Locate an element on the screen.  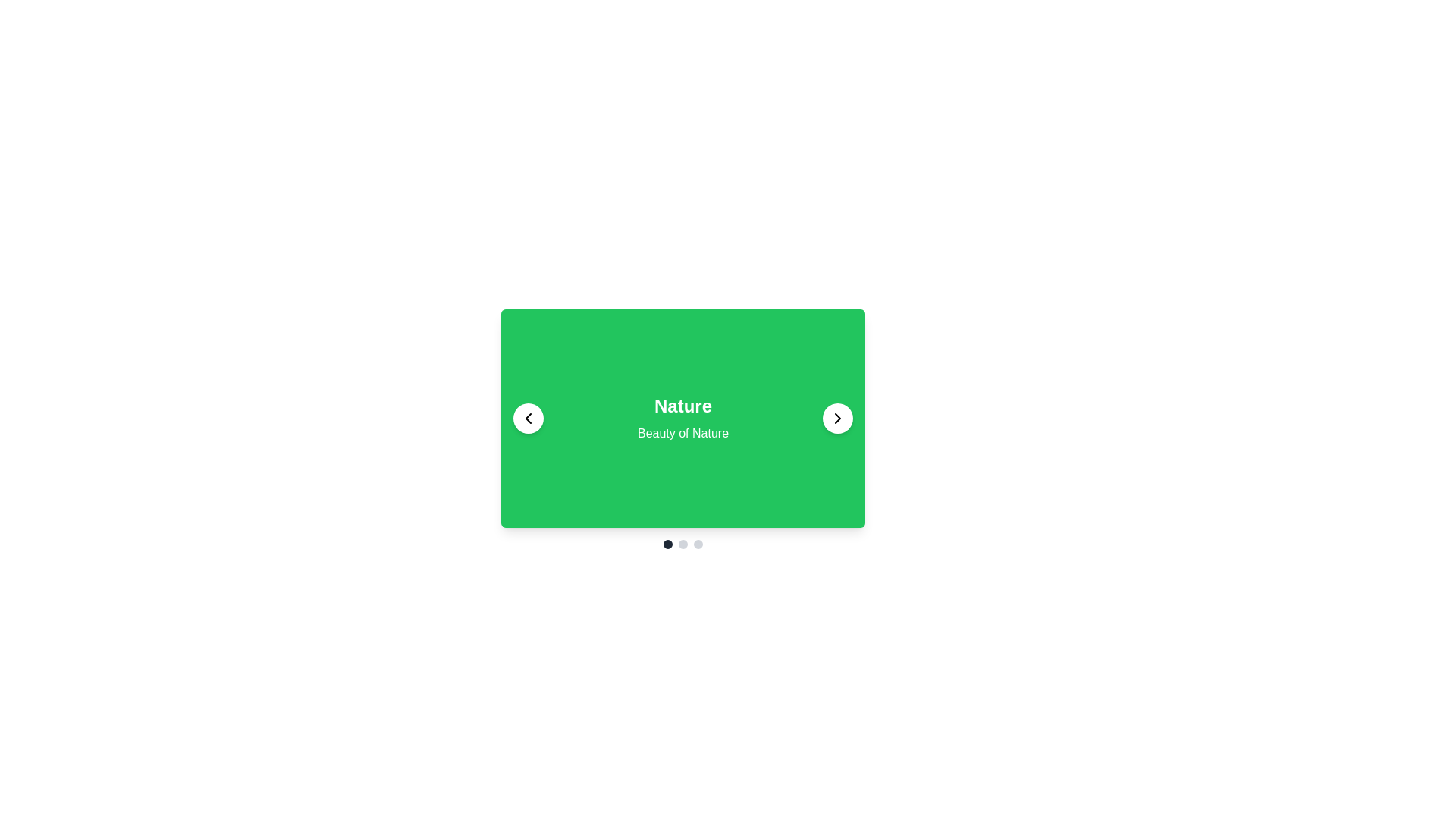
the third Carousel navigation dot, which is a circular control for navigating through a sequence, positioned to the far right among three similar dots below a green rectangle is located at coordinates (698, 543).